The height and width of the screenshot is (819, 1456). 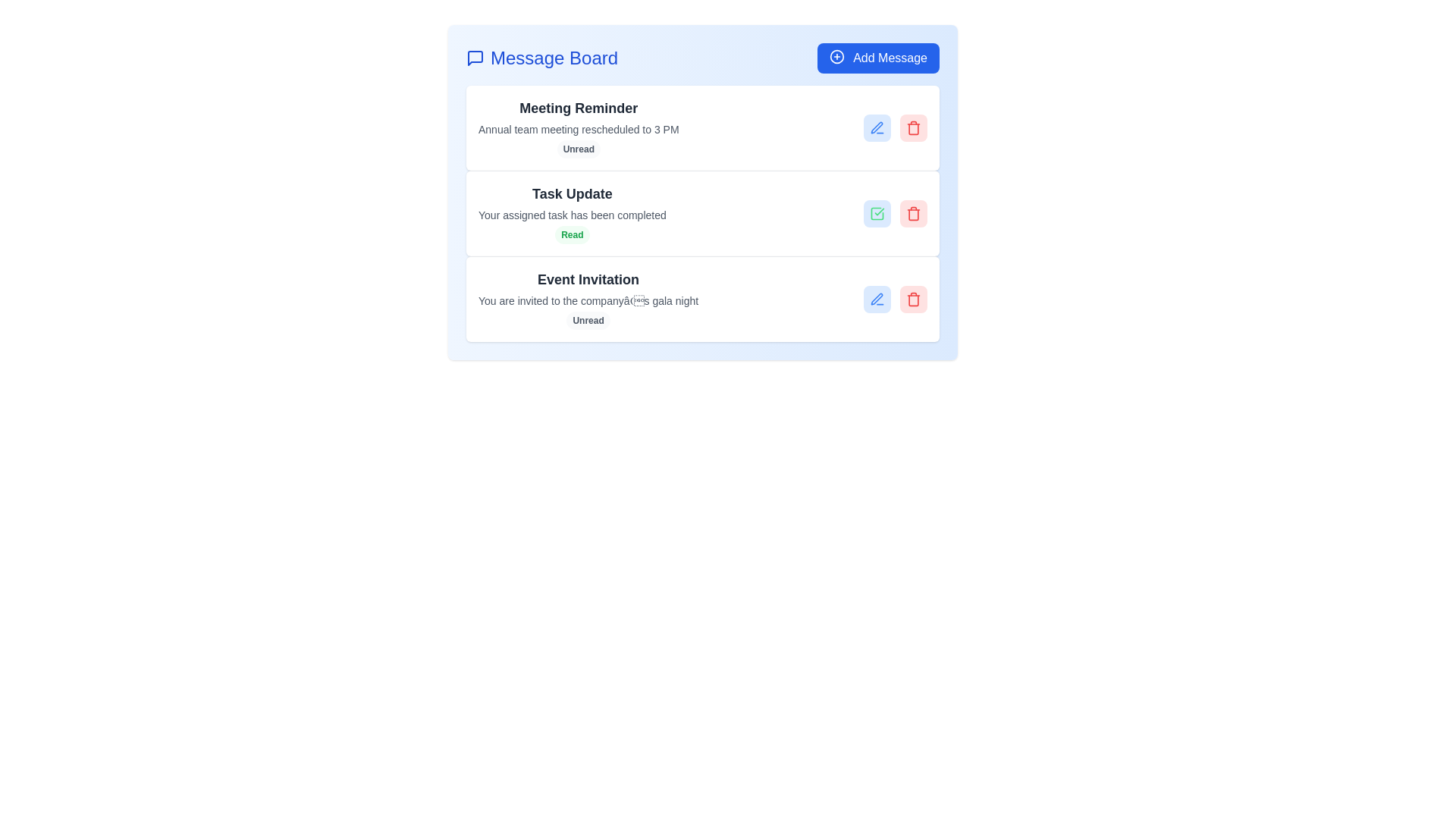 What do you see at coordinates (878, 58) in the screenshot?
I see `the blue 'Add Message' button located at the top-right corner of the 'Message Board' section to initiate adding a new message` at bounding box center [878, 58].